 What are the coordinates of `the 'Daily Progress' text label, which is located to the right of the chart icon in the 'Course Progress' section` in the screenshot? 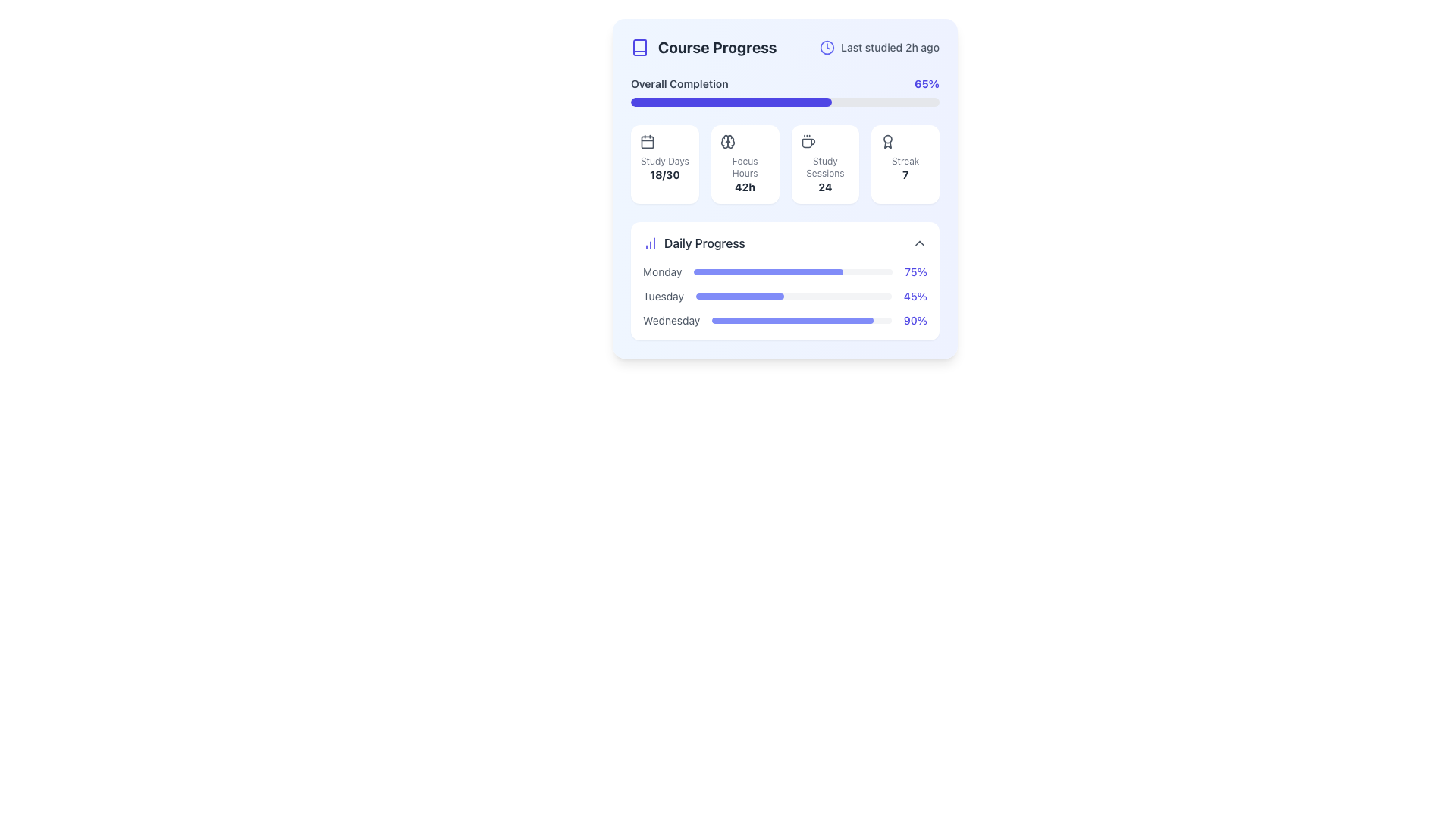 It's located at (704, 242).